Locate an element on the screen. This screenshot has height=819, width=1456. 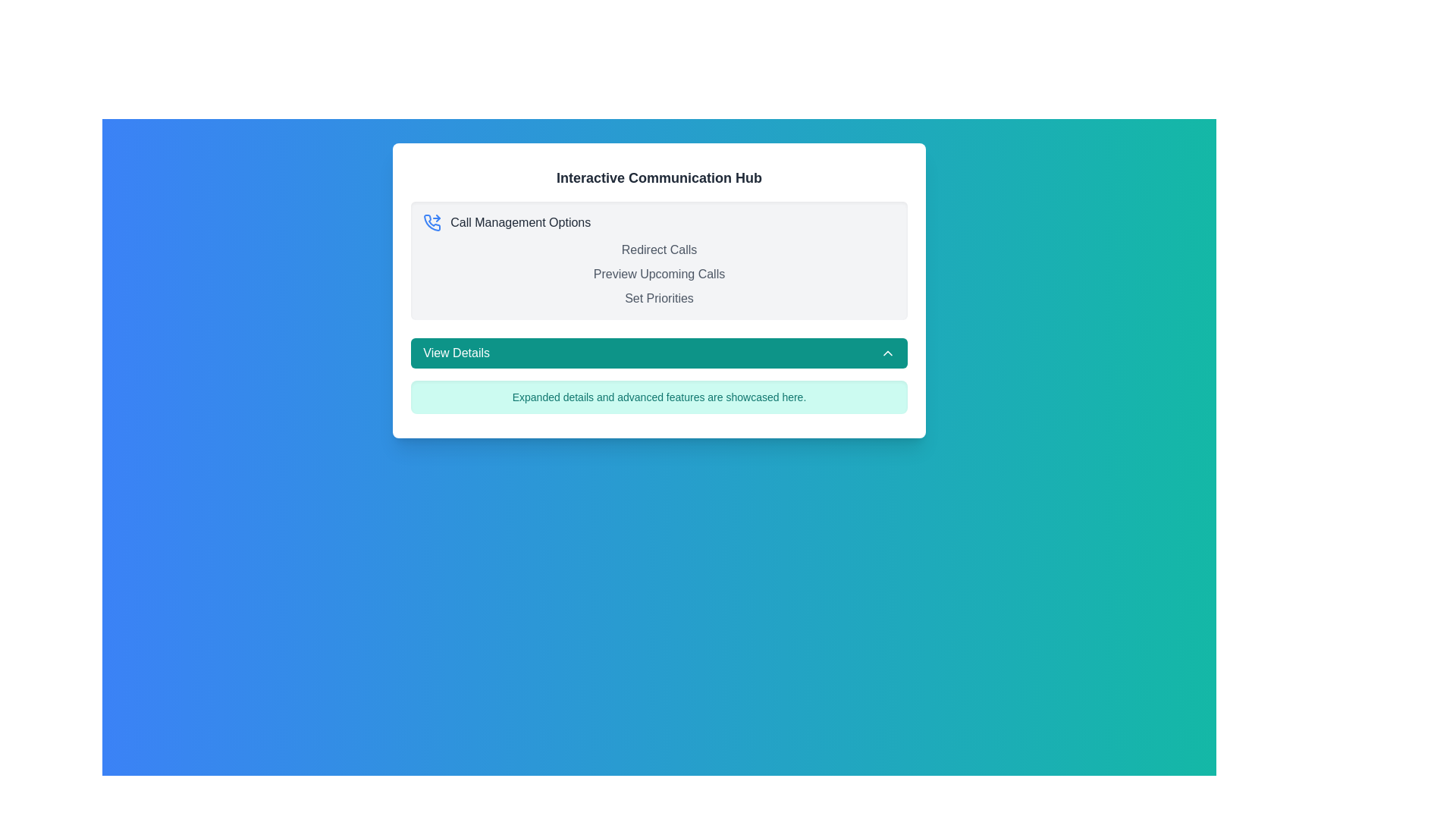
the static text grouping in the 'Call Management Options' section that describes functionalities related to managing calls is located at coordinates (659, 275).